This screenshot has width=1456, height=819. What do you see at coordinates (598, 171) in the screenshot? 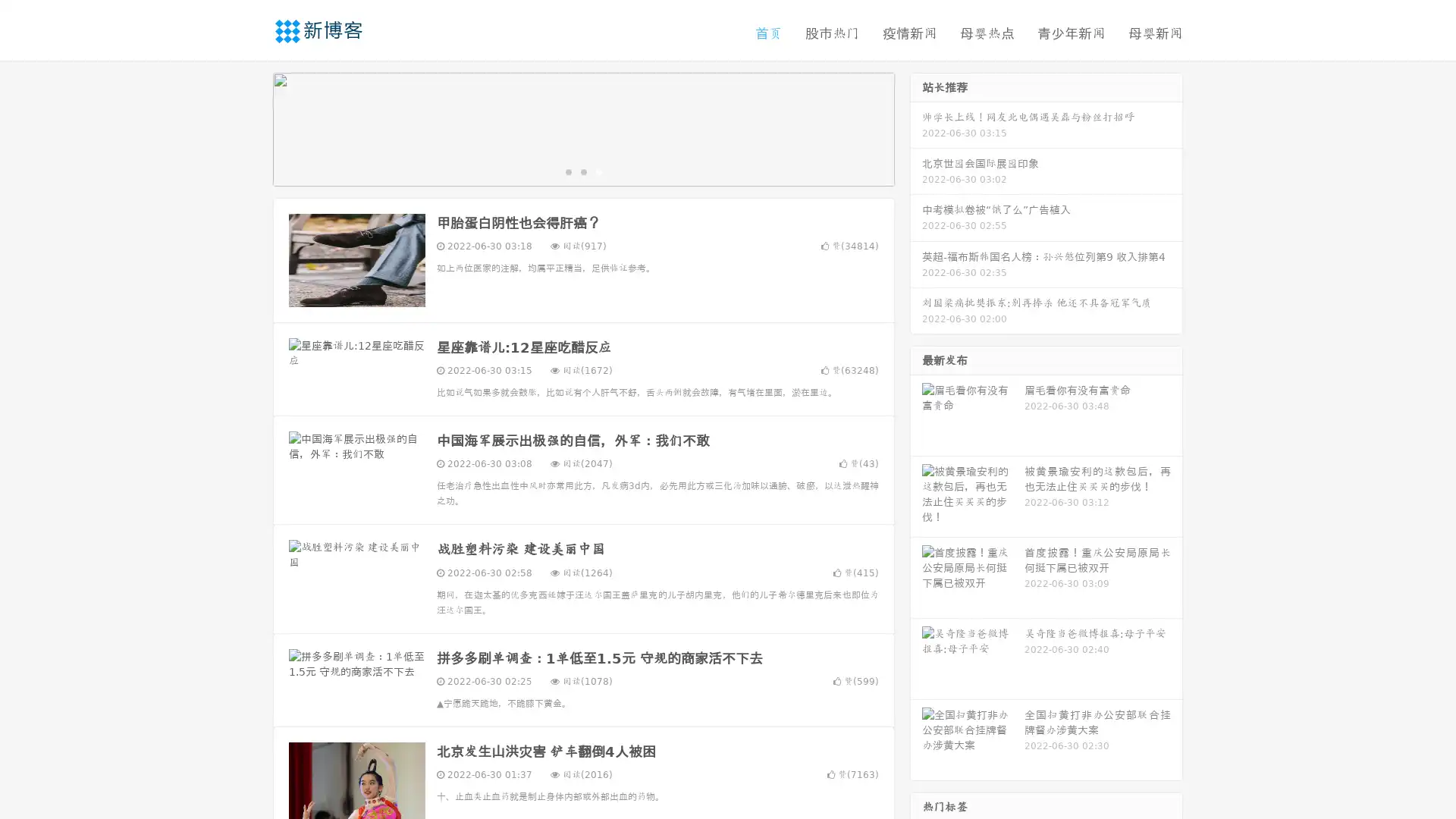
I see `Go to slide 3` at bounding box center [598, 171].